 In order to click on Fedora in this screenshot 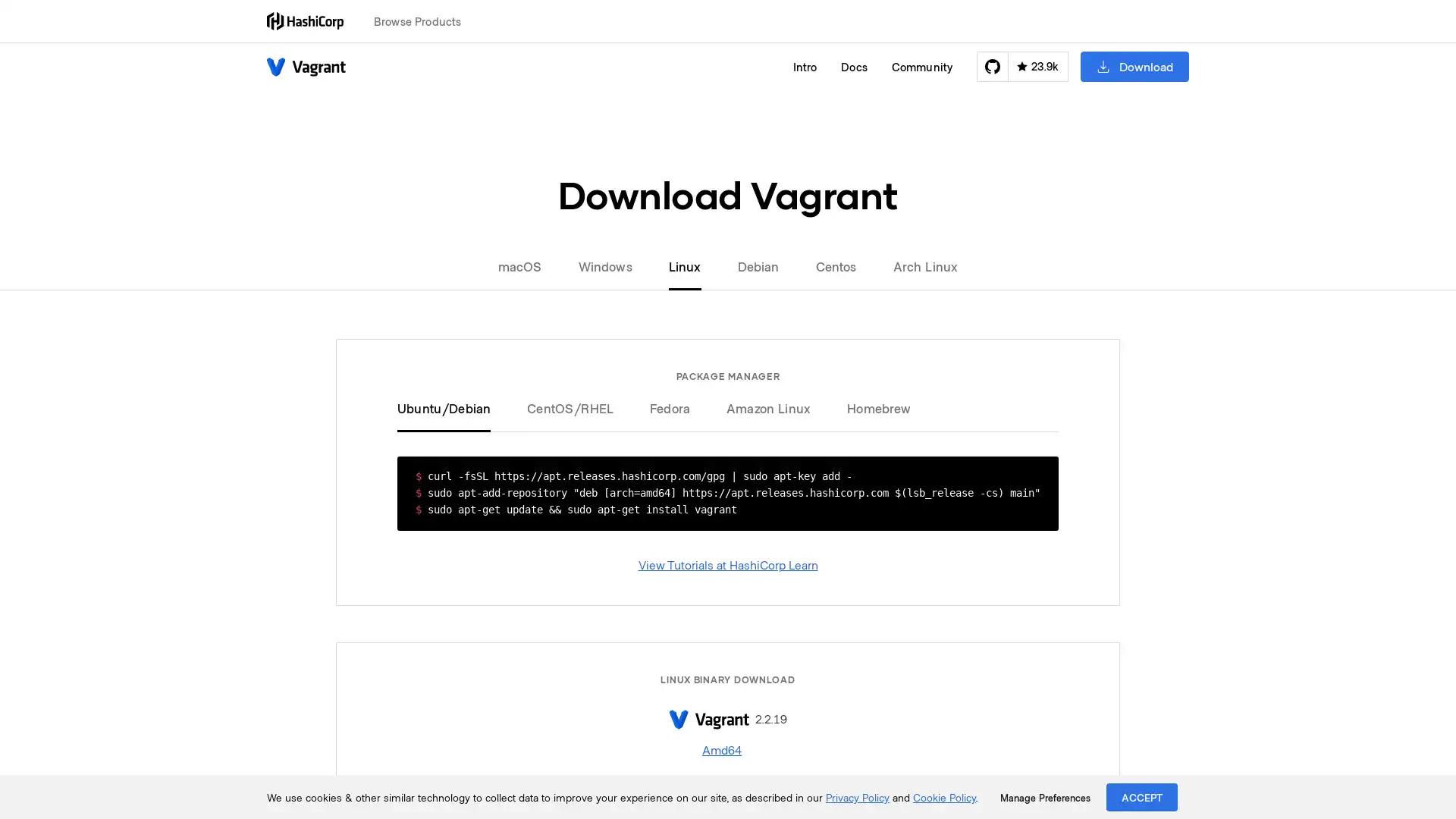, I will do `click(669, 406)`.